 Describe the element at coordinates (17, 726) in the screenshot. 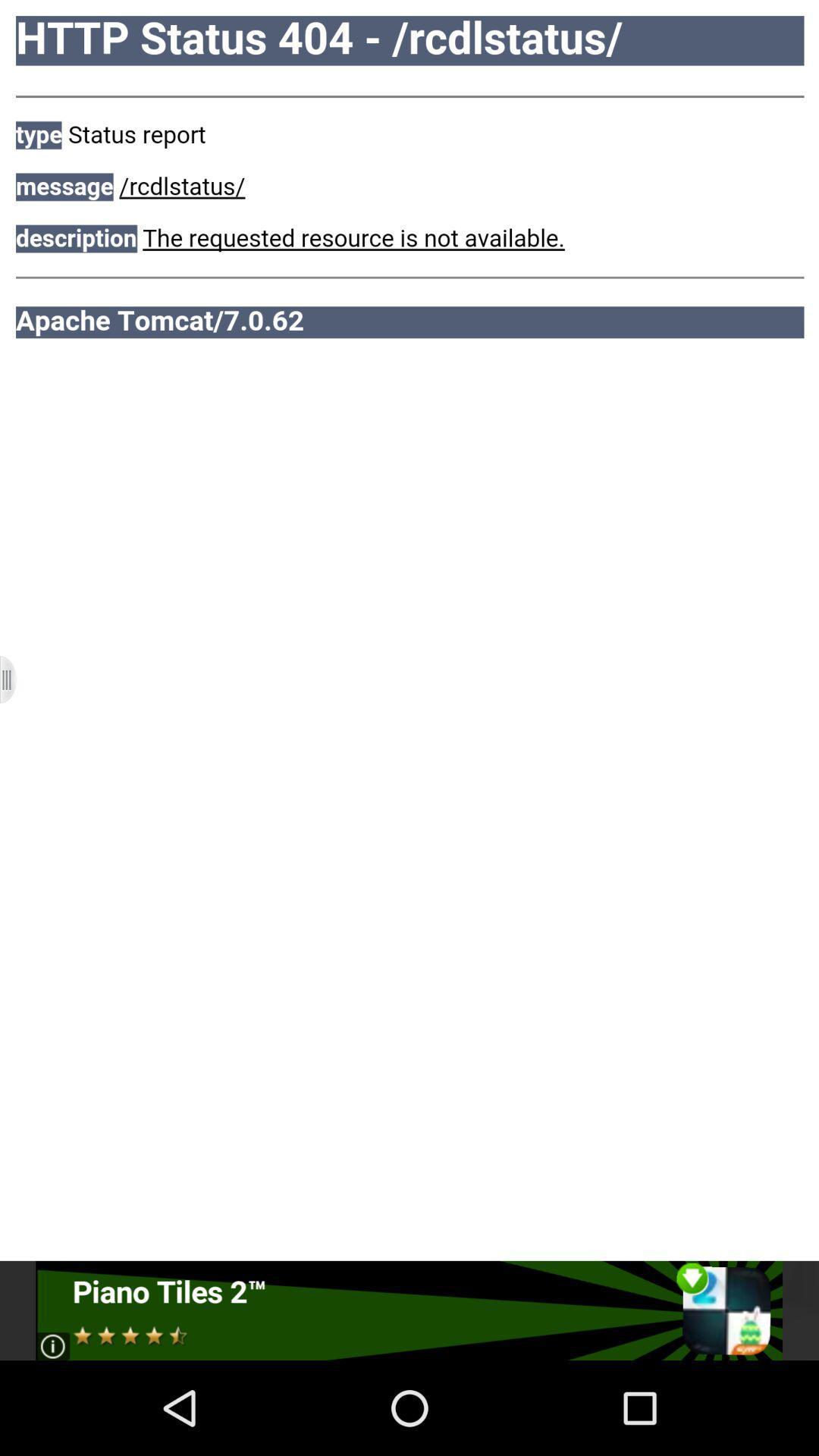

I see `the menu icon` at that location.